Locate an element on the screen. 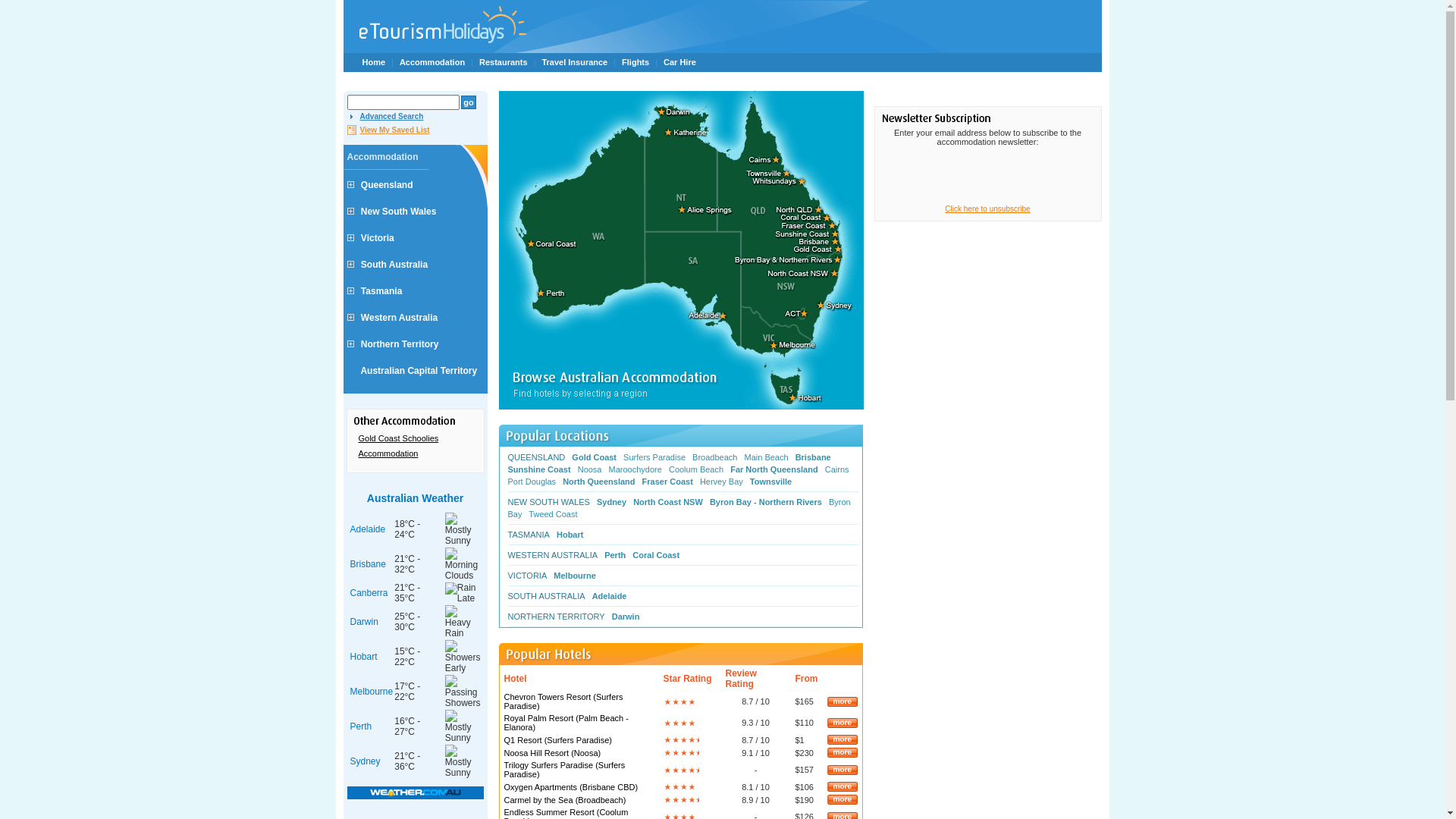  'Surfers Paradise' is located at coordinates (656, 456).